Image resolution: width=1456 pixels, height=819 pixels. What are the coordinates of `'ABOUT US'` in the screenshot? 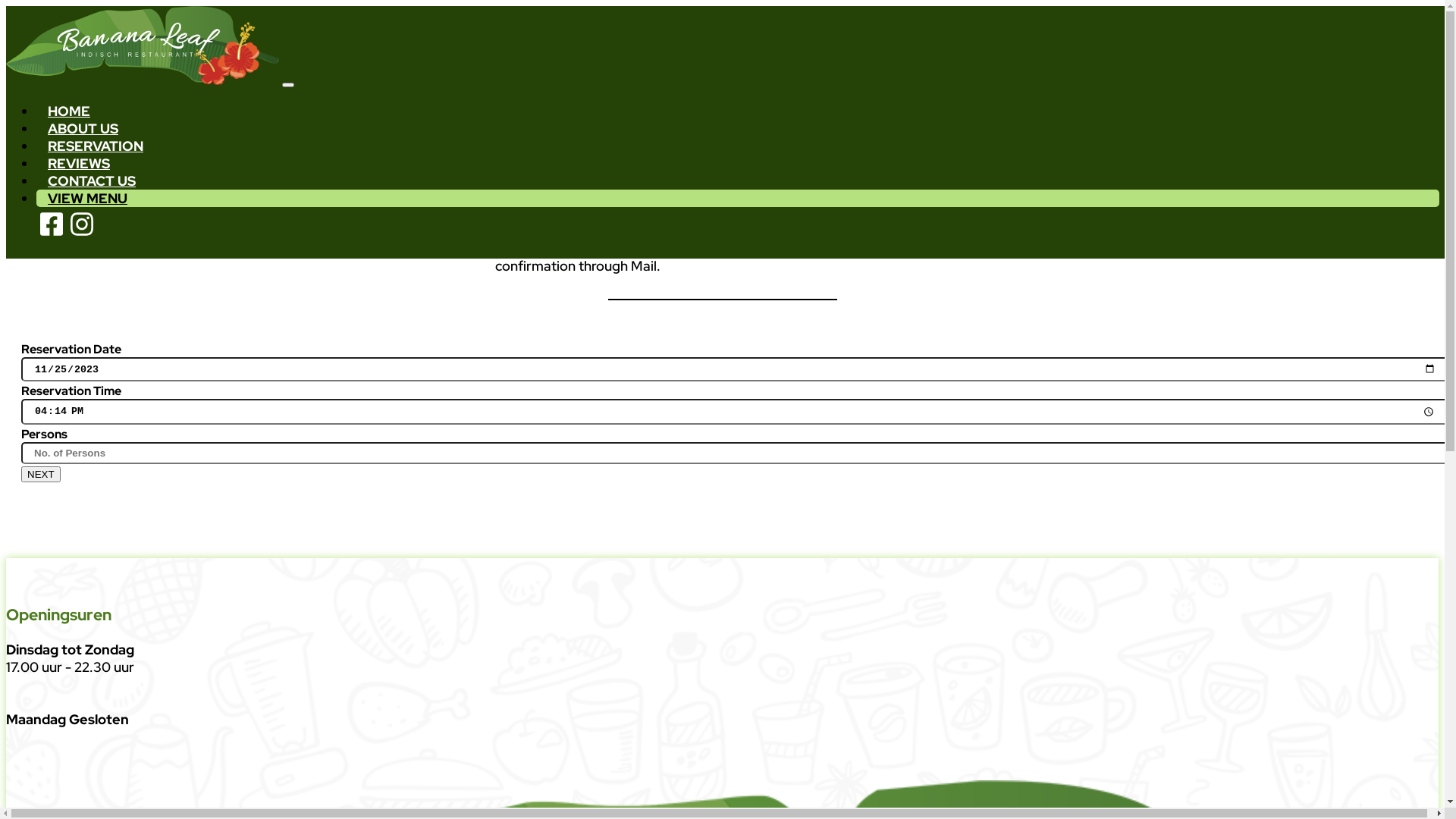 It's located at (82, 127).